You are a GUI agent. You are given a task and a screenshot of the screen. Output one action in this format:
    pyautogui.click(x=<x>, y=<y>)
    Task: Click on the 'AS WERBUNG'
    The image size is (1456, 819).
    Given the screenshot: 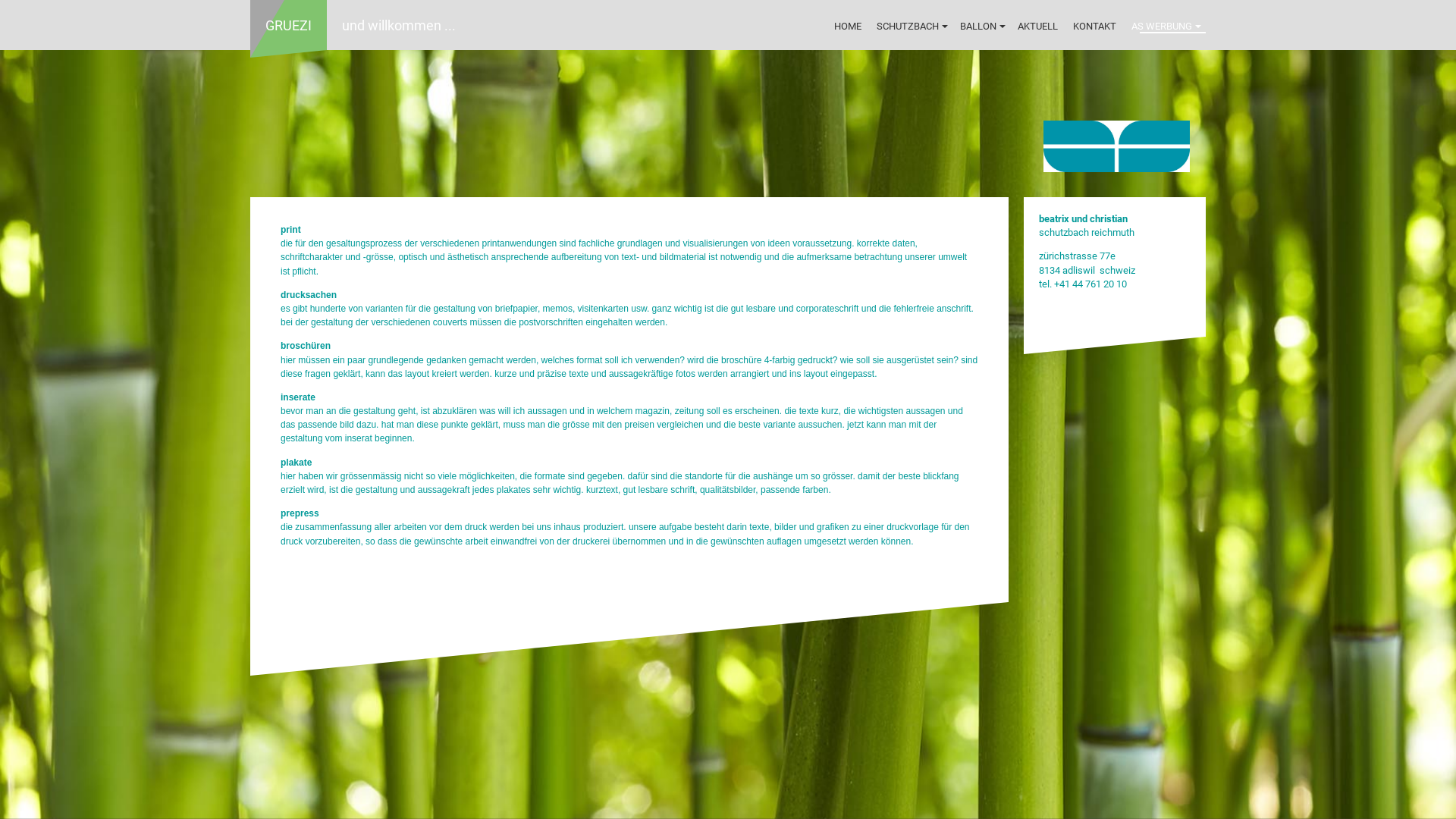 What is the action you would take?
    pyautogui.click(x=1124, y=27)
    